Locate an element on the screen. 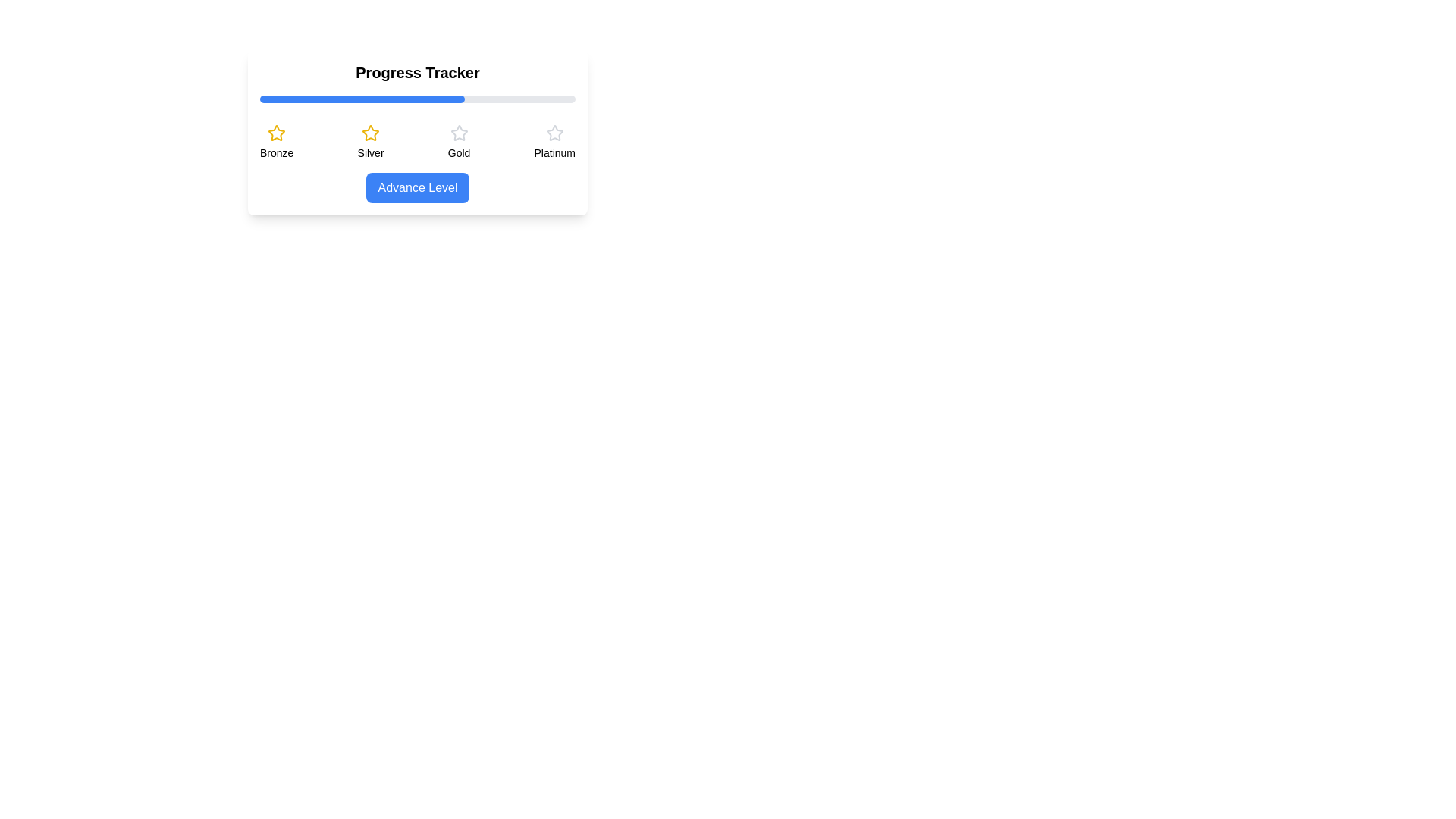 The width and height of the screenshot is (1456, 819). the yellow star icon indicating the 'Silver' achievement in the progress tracker, located between the 'Bronze' and 'Gold' icons is located at coordinates (371, 133).